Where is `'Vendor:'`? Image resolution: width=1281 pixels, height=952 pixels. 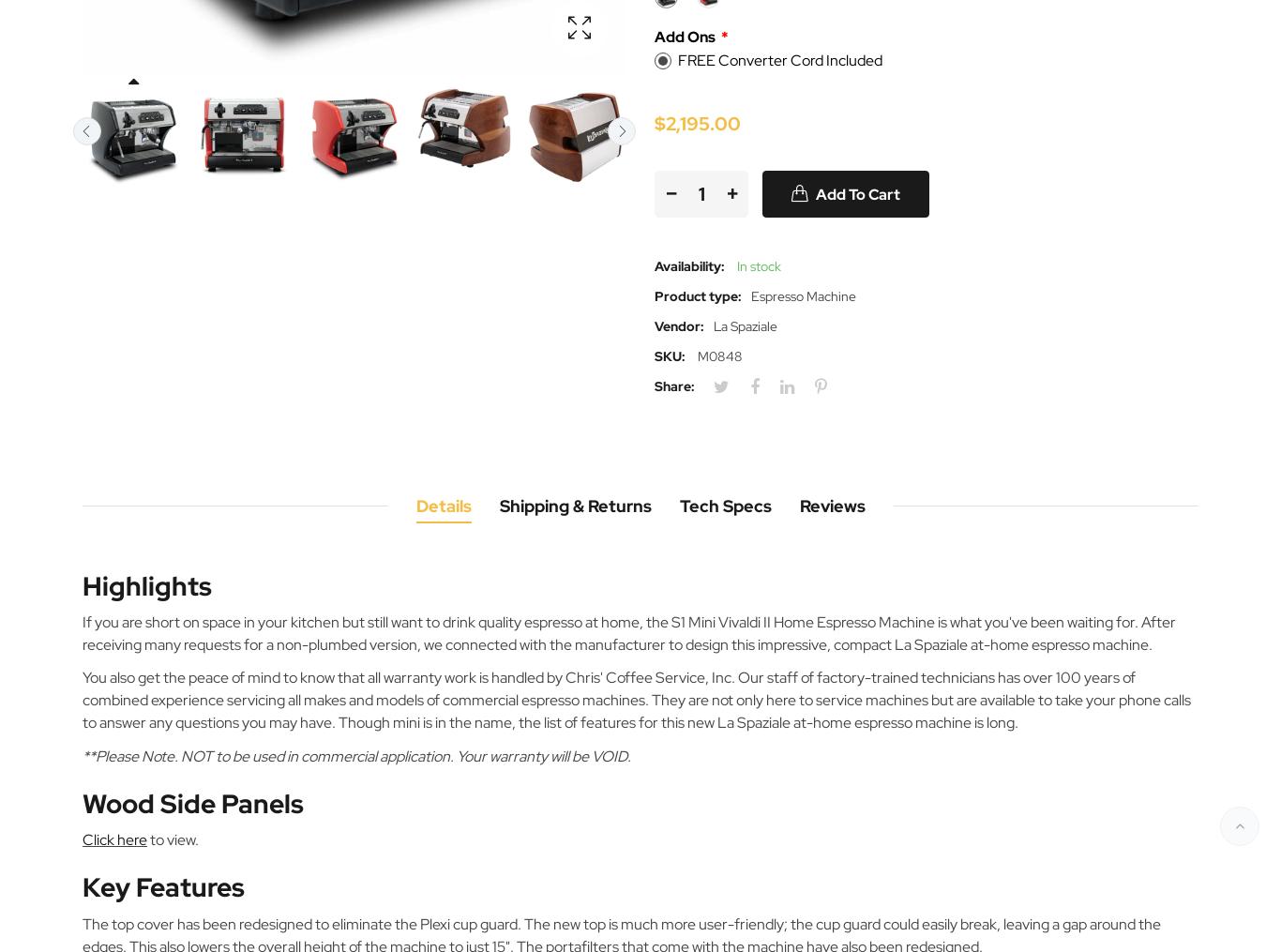 'Vendor:' is located at coordinates (679, 325).